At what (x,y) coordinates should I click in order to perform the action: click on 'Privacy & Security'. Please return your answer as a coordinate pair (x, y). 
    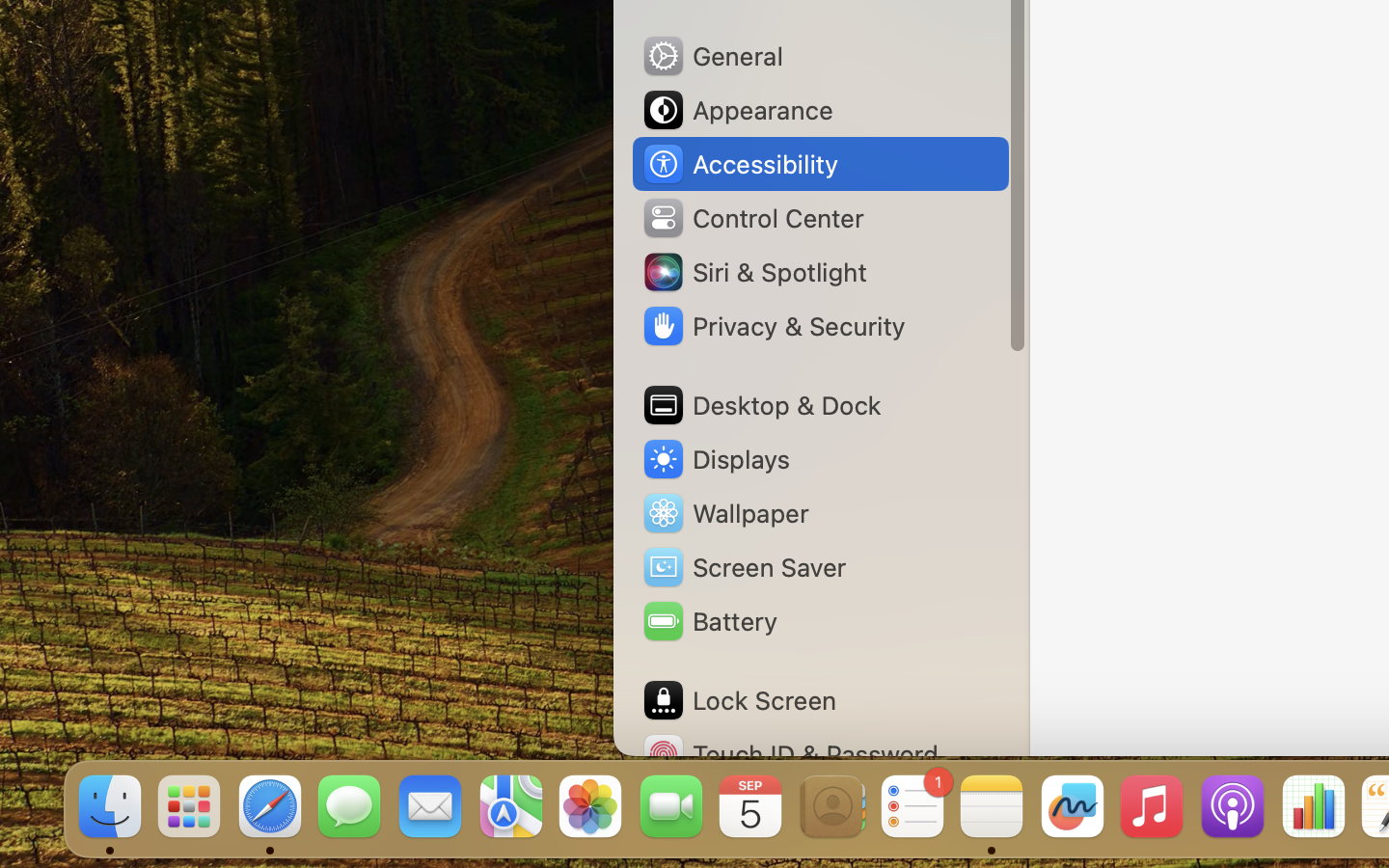
    Looking at the image, I should click on (773, 326).